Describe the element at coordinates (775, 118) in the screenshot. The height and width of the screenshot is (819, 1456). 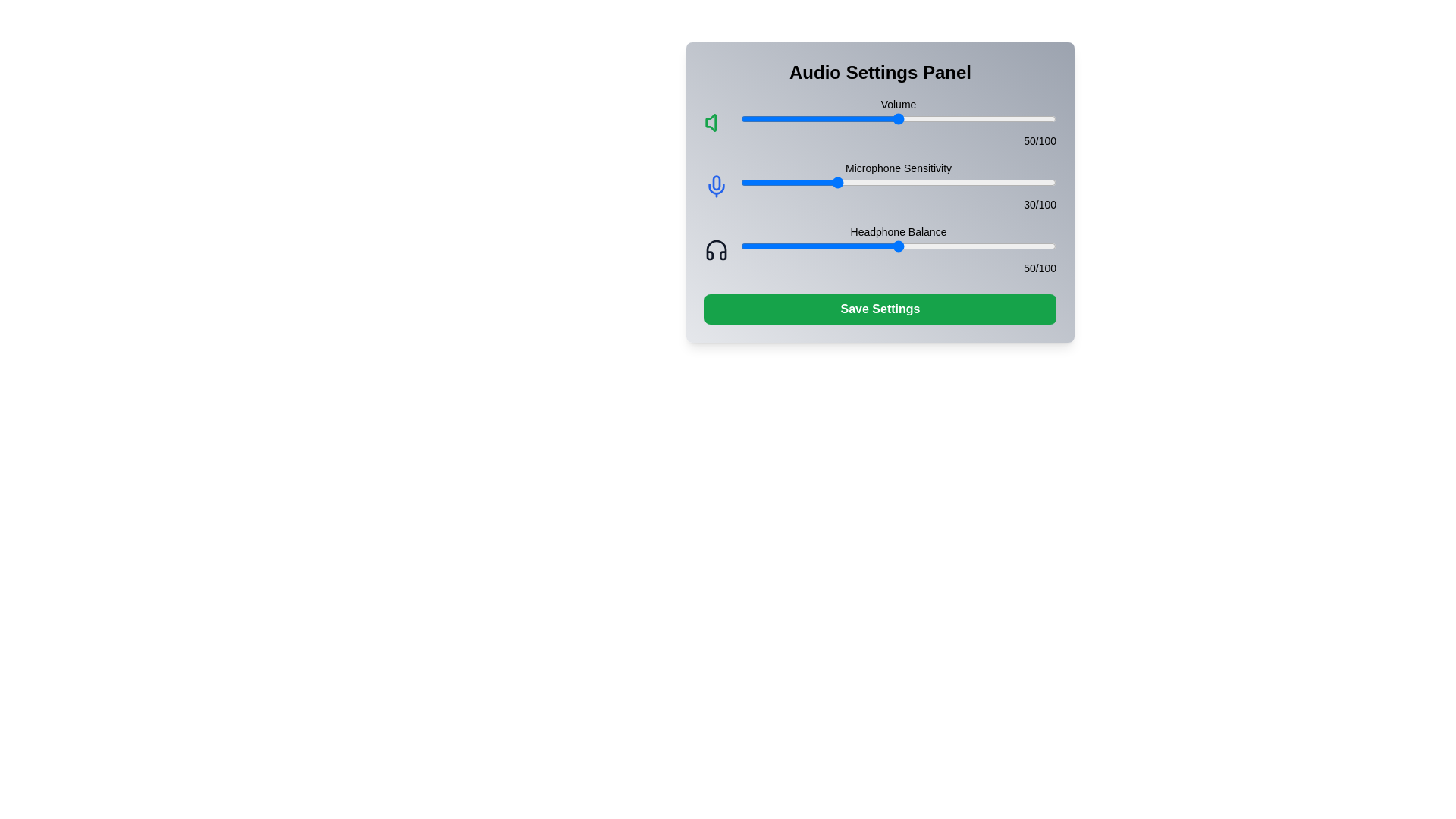
I see `volume` at that location.